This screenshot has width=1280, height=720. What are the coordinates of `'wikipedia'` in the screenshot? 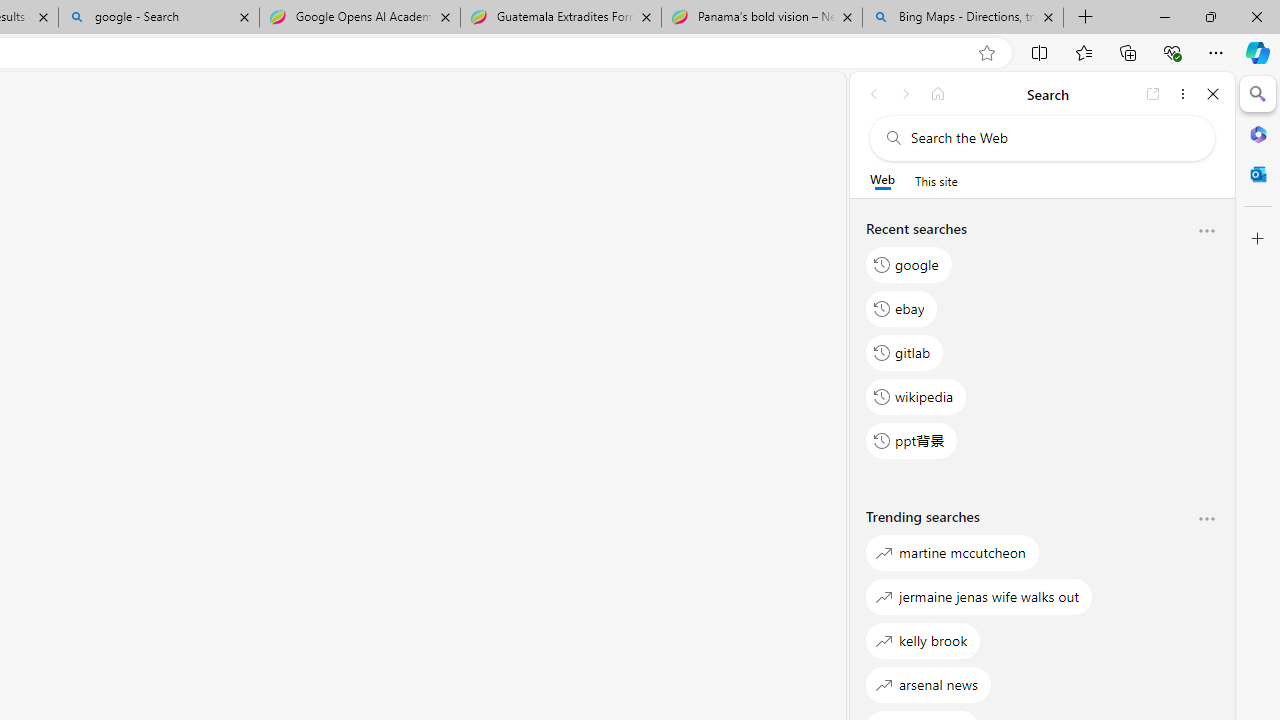 It's located at (915, 396).